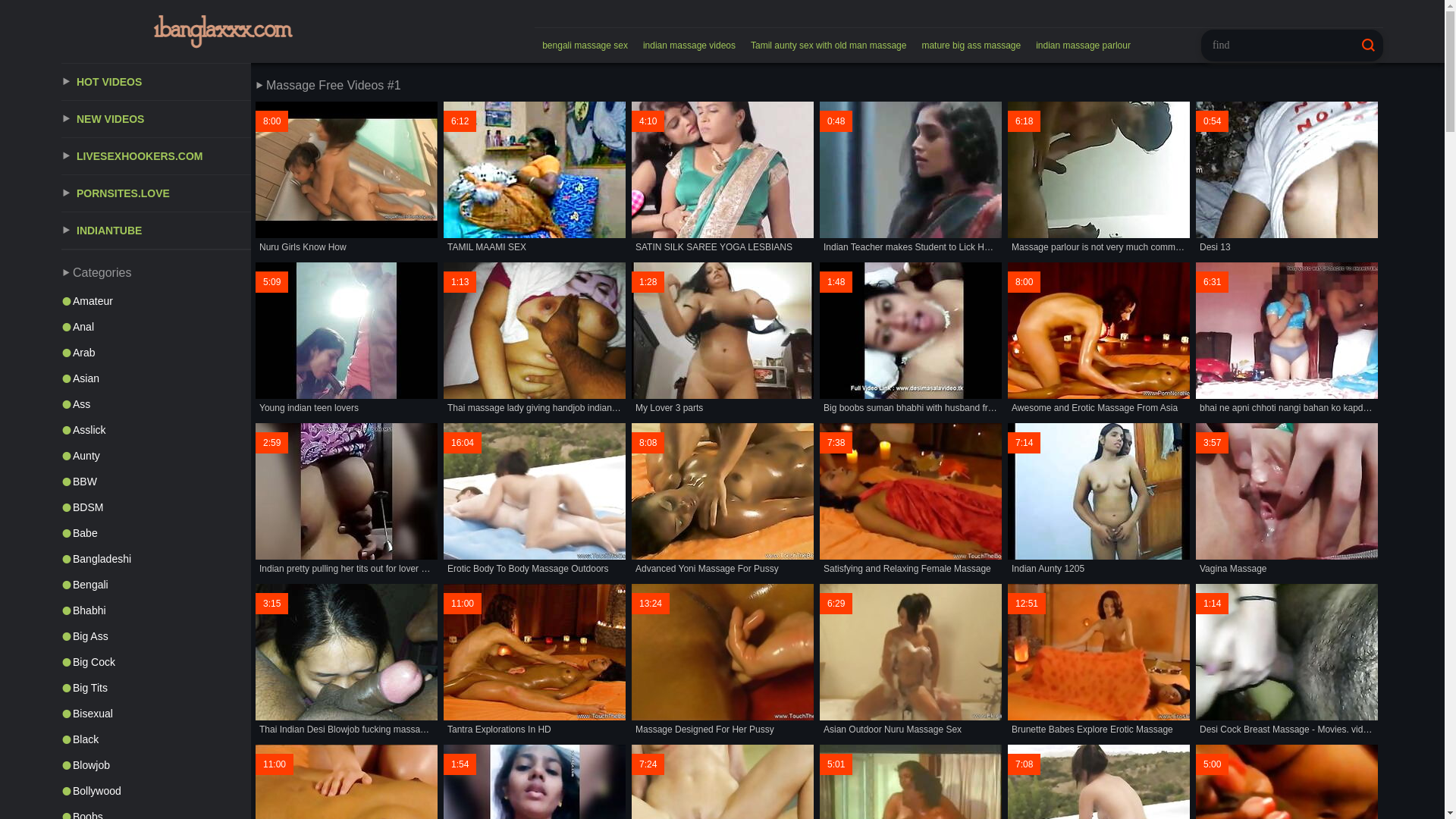 The height and width of the screenshot is (819, 1456). I want to click on '0:48, so click(910, 177).